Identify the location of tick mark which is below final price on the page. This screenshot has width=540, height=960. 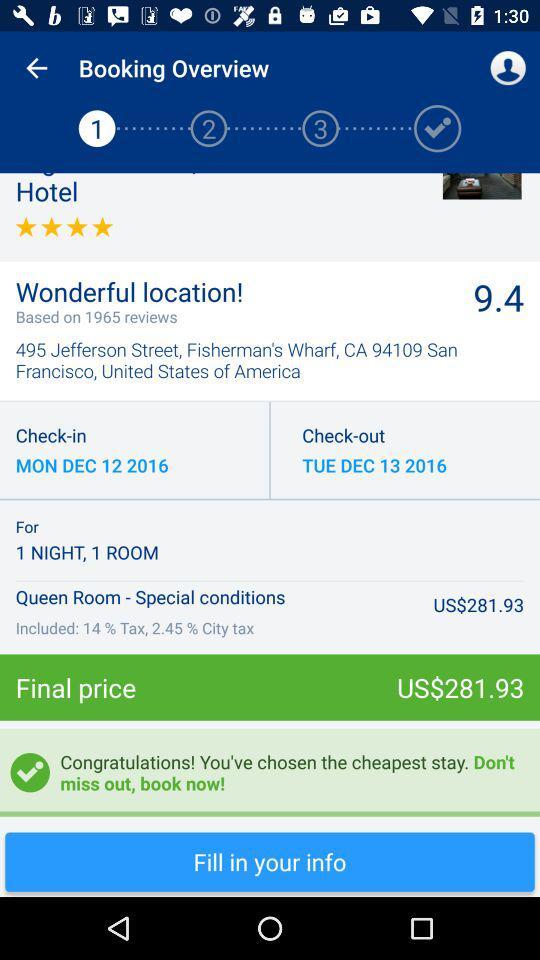
(29, 771).